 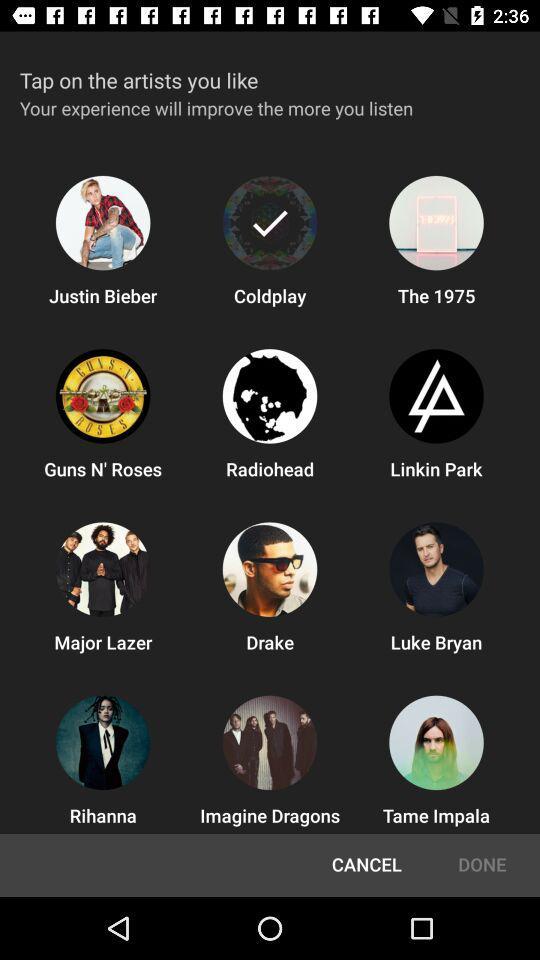 I want to click on from the second row second icon, so click(x=270, y=395).